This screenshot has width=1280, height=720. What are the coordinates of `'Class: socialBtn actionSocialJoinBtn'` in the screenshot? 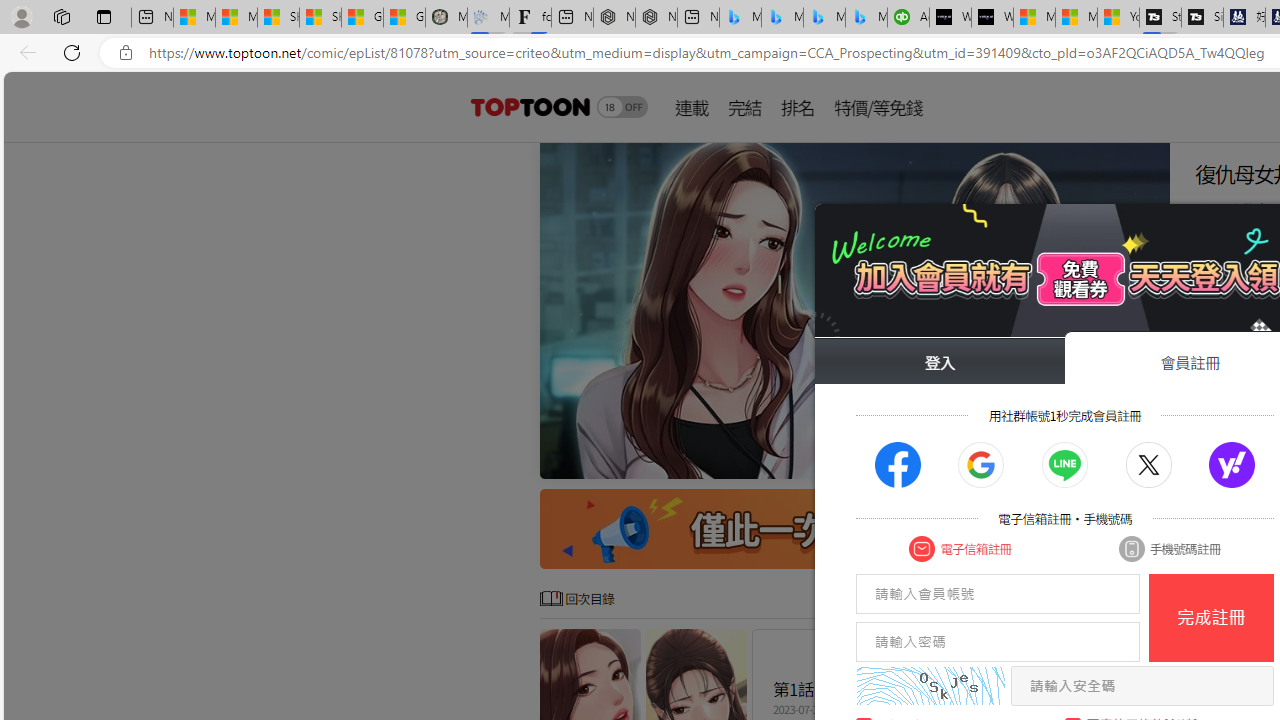 It's located at (1231, 465).